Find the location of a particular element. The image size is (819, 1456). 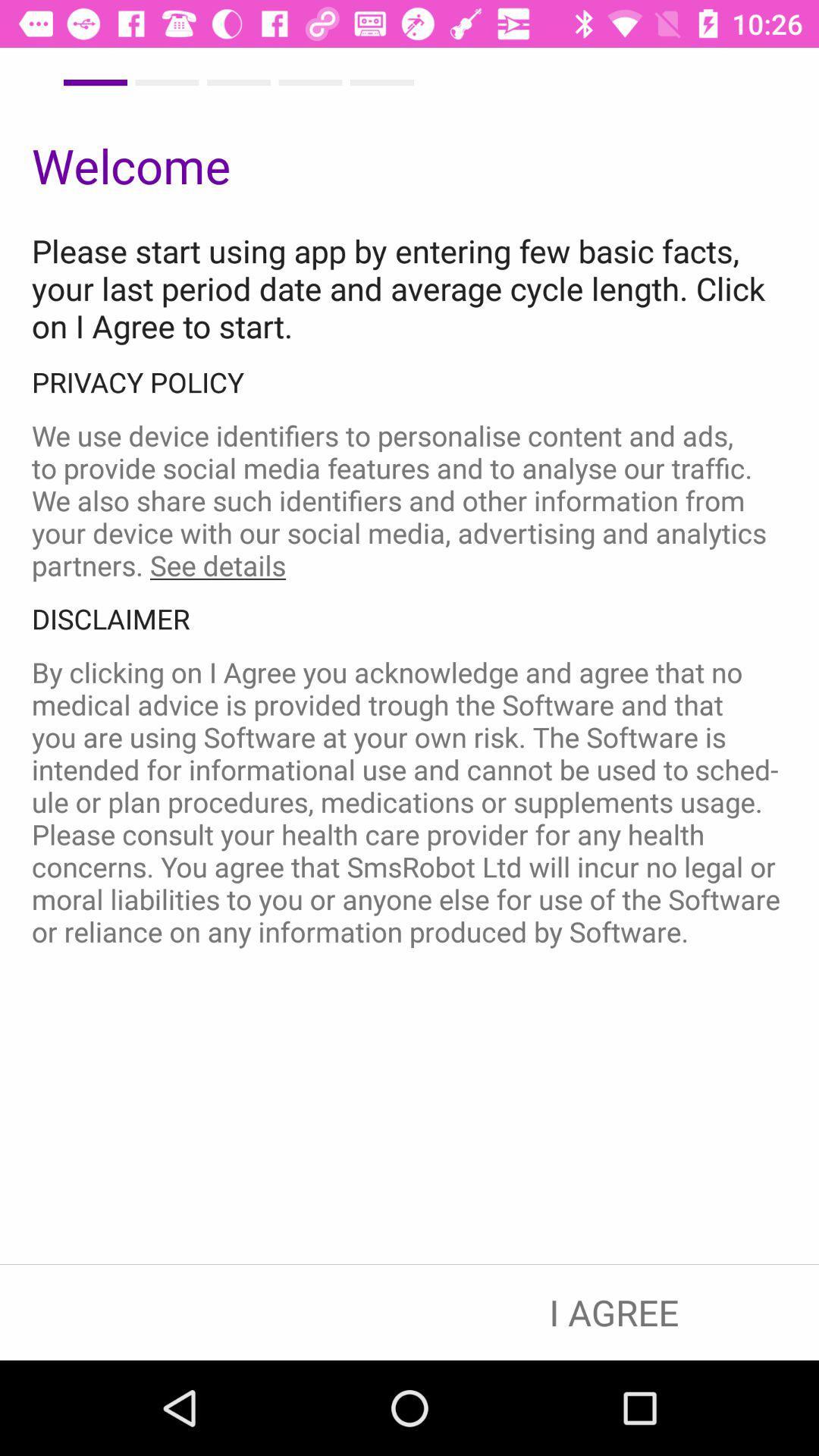

we use device item is located at coordinates (409, 500).